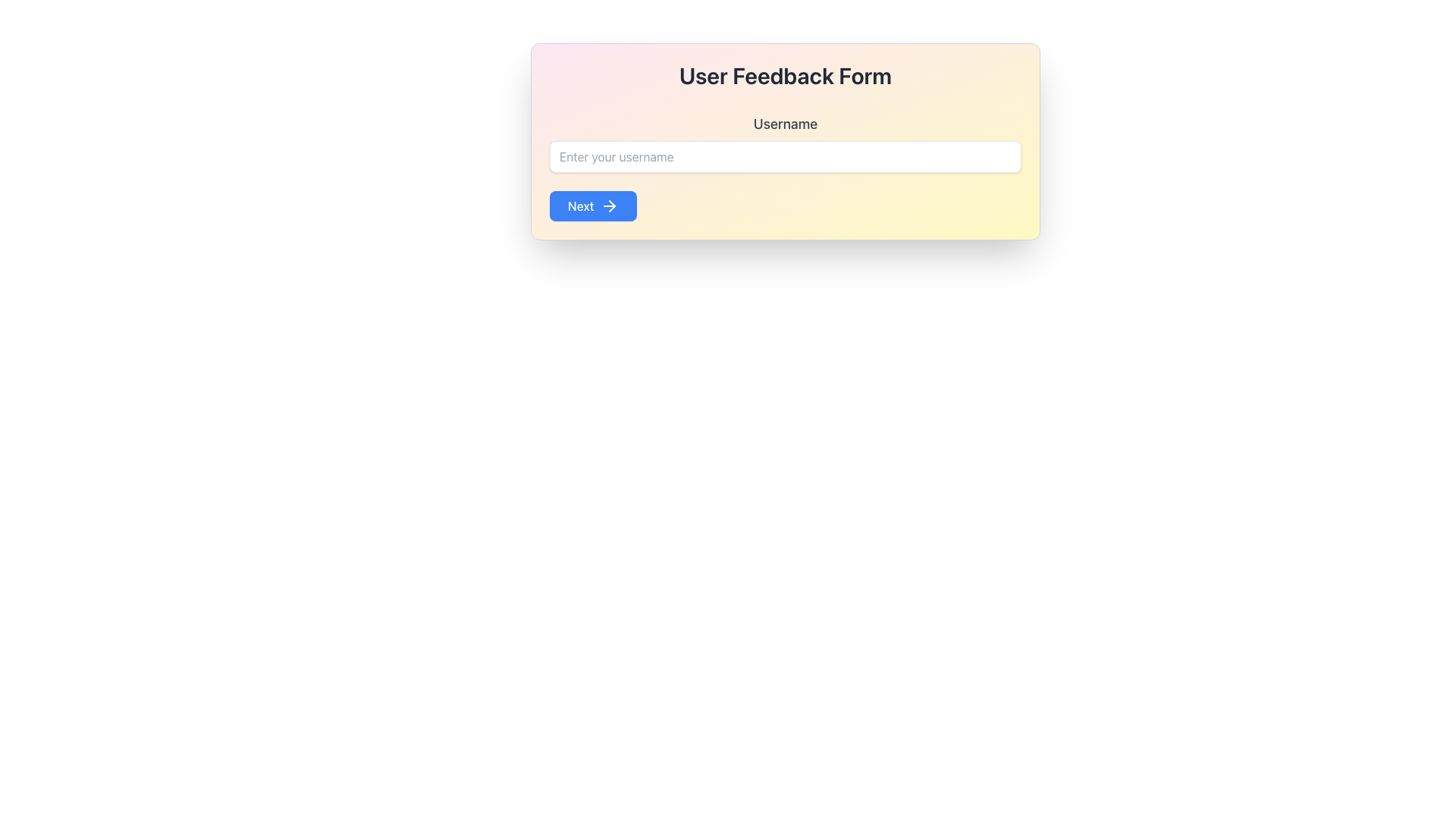 The height and width of the screenshot is (819, 1456). Describe the element at coordinates (611, 206) in the screenshot. I see `the decorative arrow icon within the 'Next' button to indicate progression` at that location.